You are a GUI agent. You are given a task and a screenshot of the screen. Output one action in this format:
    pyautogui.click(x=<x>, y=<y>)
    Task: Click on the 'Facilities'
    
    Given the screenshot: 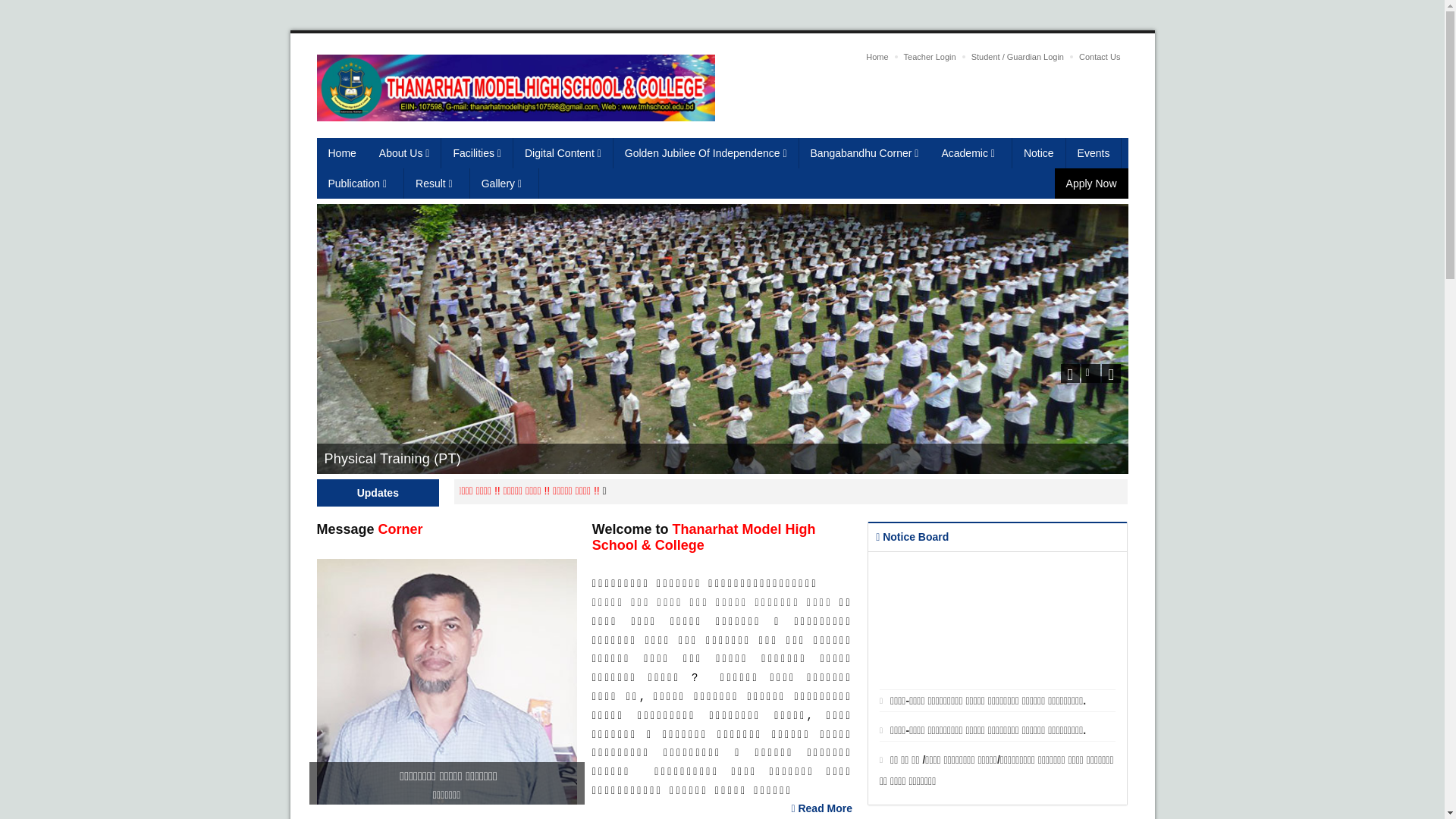 What is the action you would take?
    pyautogui.click(x=440, y=152)
    